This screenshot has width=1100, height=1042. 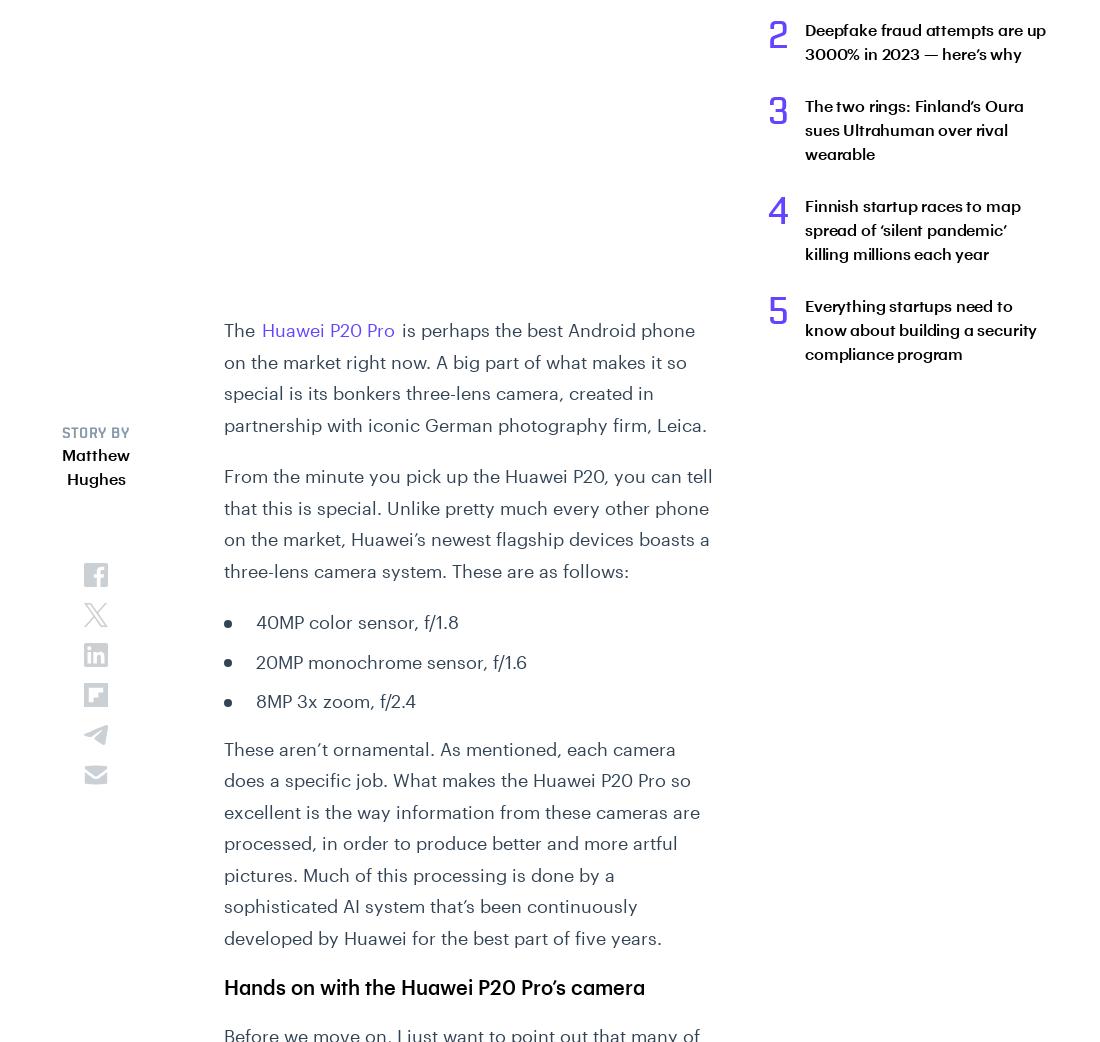 I want to click on '20MP monochrome sensor, f/1.6', so click(x=390, y=661).